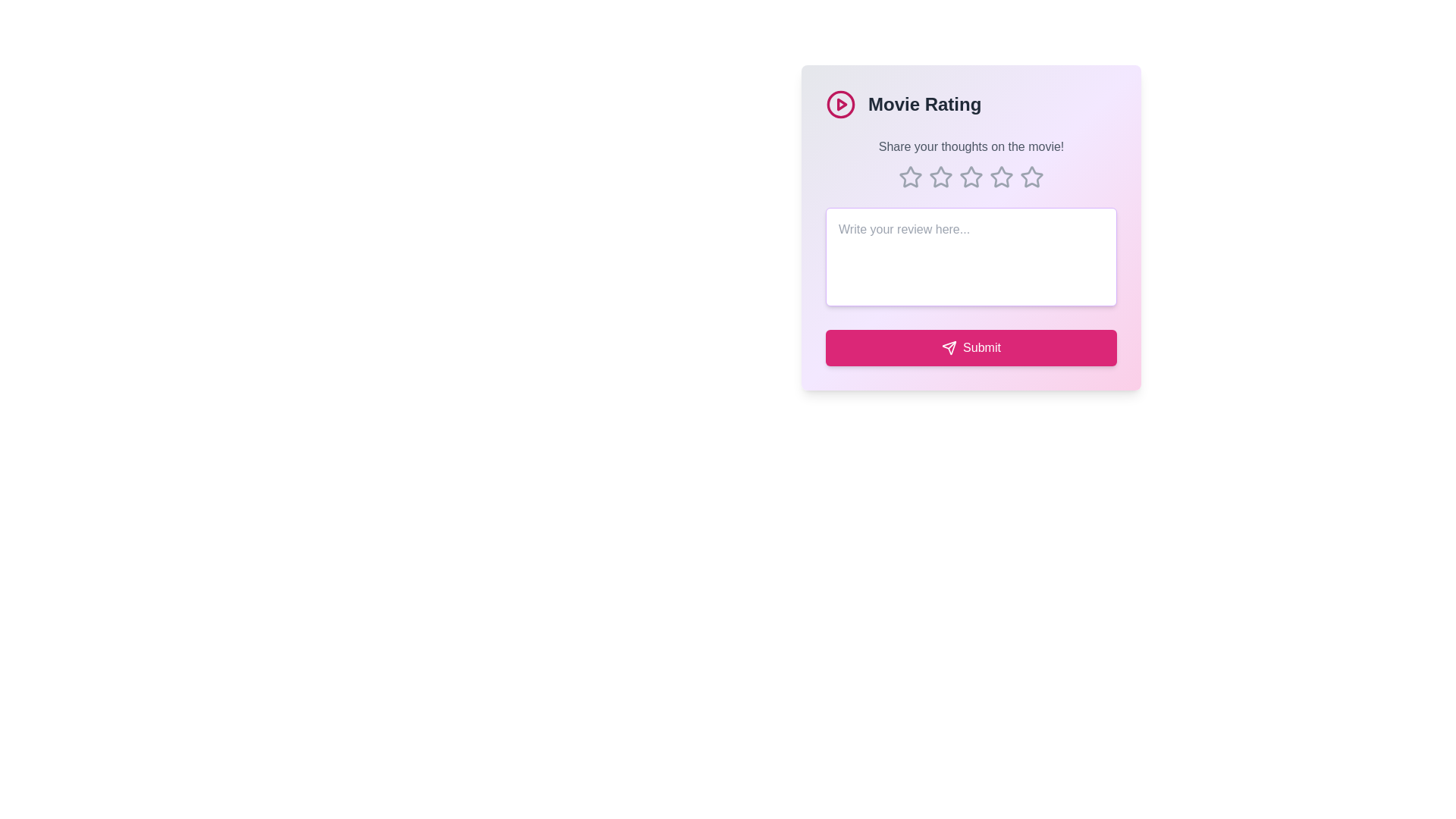 Image resolution: width=1456 pixels, height=819 pixels. What do you see at coordinates (924, 104) in the screenshot?
I see `the text content of the 'Movie Rating' label displayed in a semibold font in the header section, adjacent to the pink play icon` at bounding box center [924, 104].